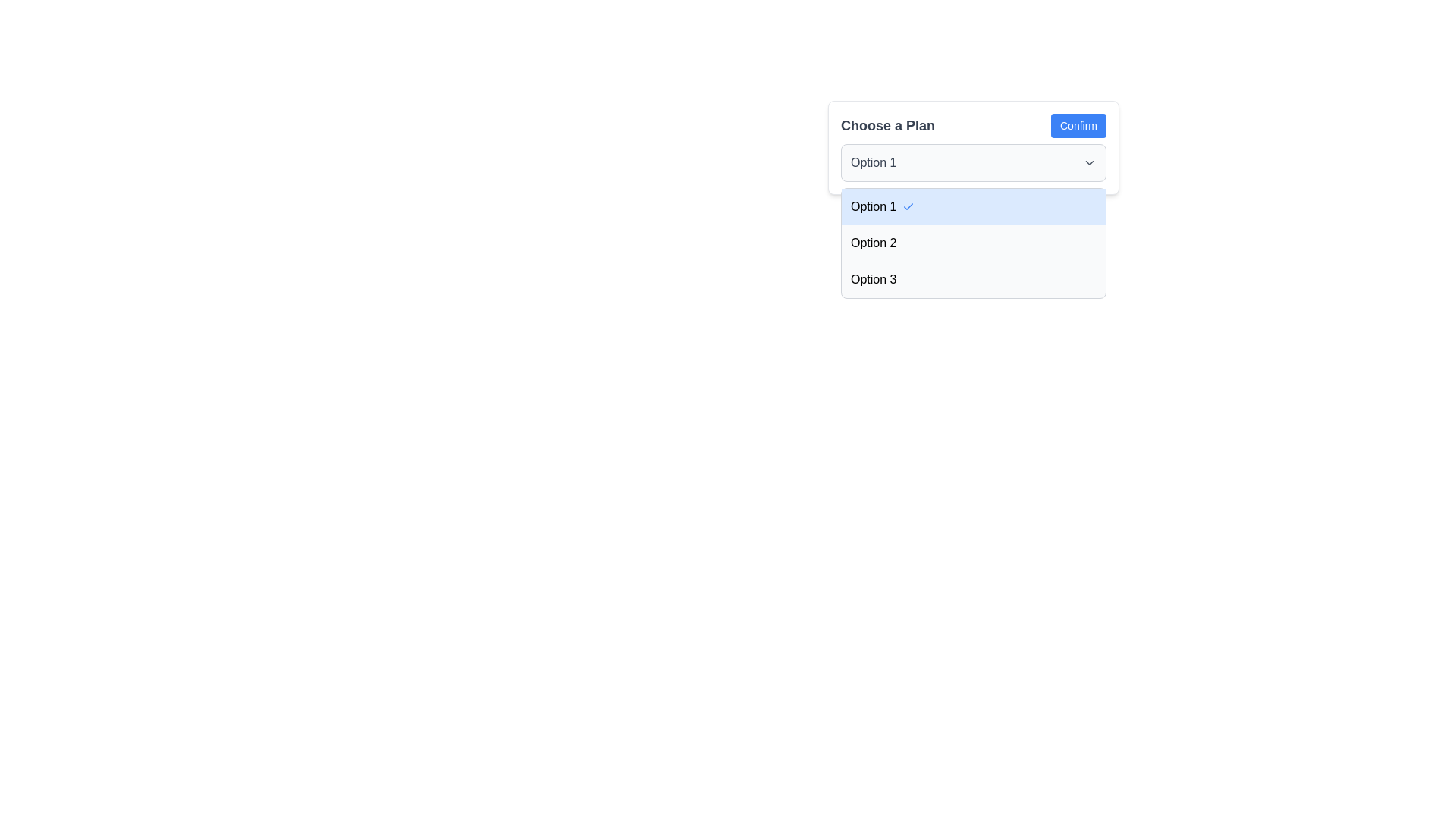 The width and height of the screenshot is (1456, 819). Describe the element at coordinates (973, 163) in the screenshot. I see `an option from the dropdown menu labeled 'Choose a Plan', which currently displays 'Option 1'` at that location.